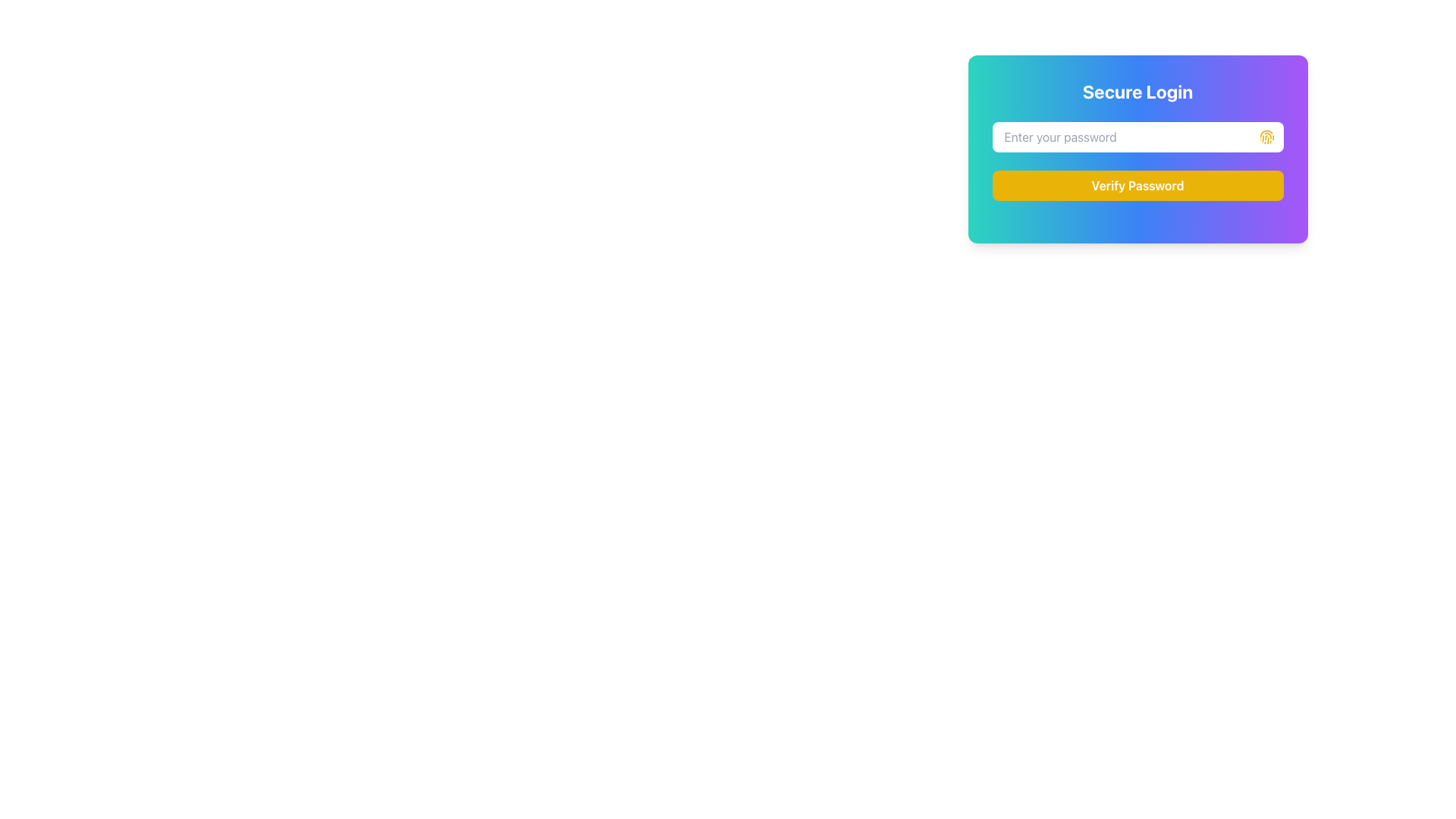 This screenshot has height=819, width=1456. Describe the element at coordinates (1137, 185) in the screenshot. I see `the 'Verify Password' button, which is a yellow rectangular button with rounded corners located below the fingerprint icon input field in the 'Secure Login' card` at that location.